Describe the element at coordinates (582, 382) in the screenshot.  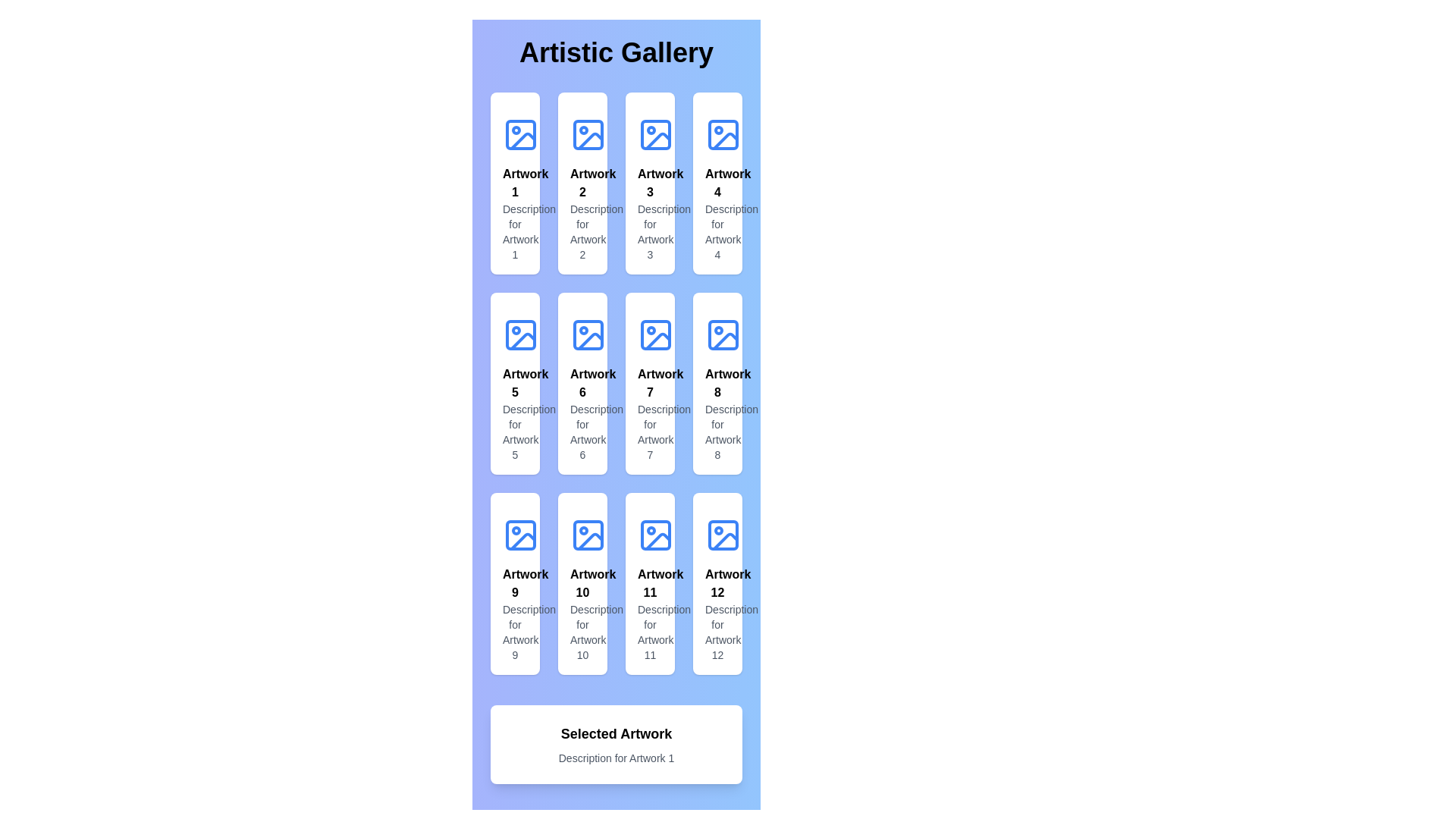
I see `the text label displaying 'Artwork 6', which is centrally aligned and bold within its UI card` at that location.